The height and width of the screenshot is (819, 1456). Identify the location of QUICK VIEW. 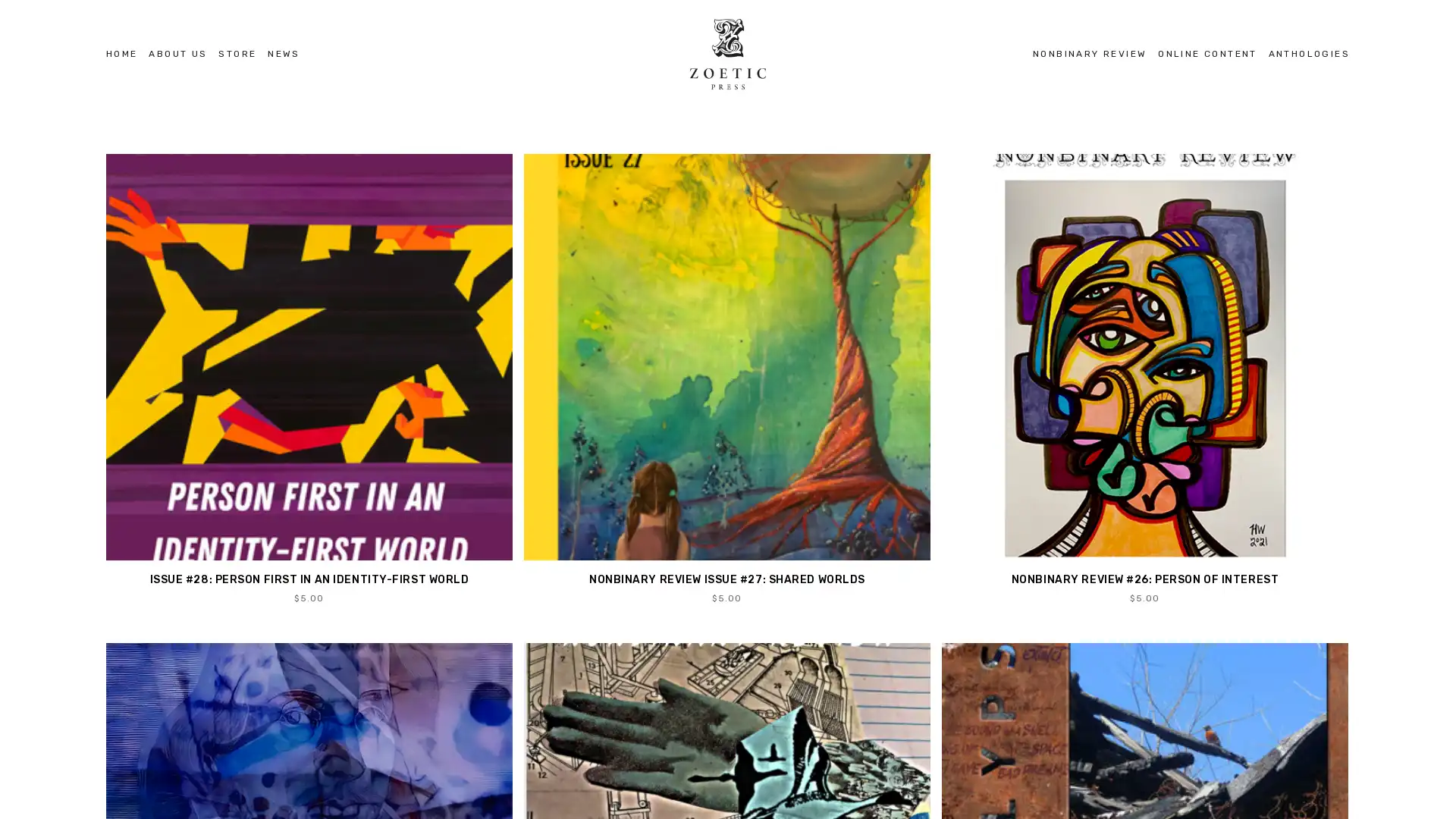
(1144, 378).